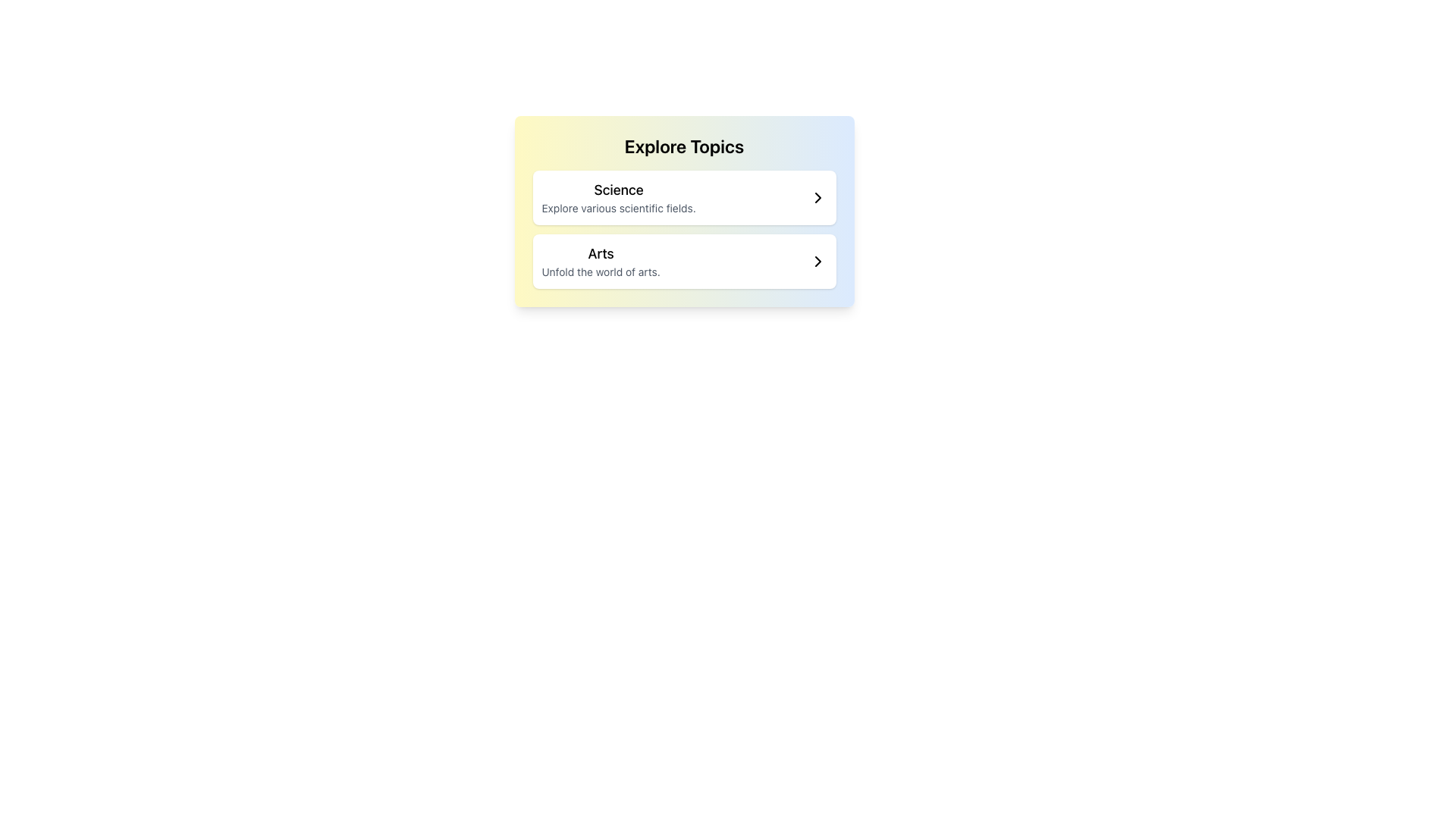 Image resolution: width=1456 pixels, height=819 pixels. Describe the element at coordinates (683, 146) in the screenshot. I see `the Static Text Header located at the top of the card component, which serves as a non-interactive title for the card` at that location.